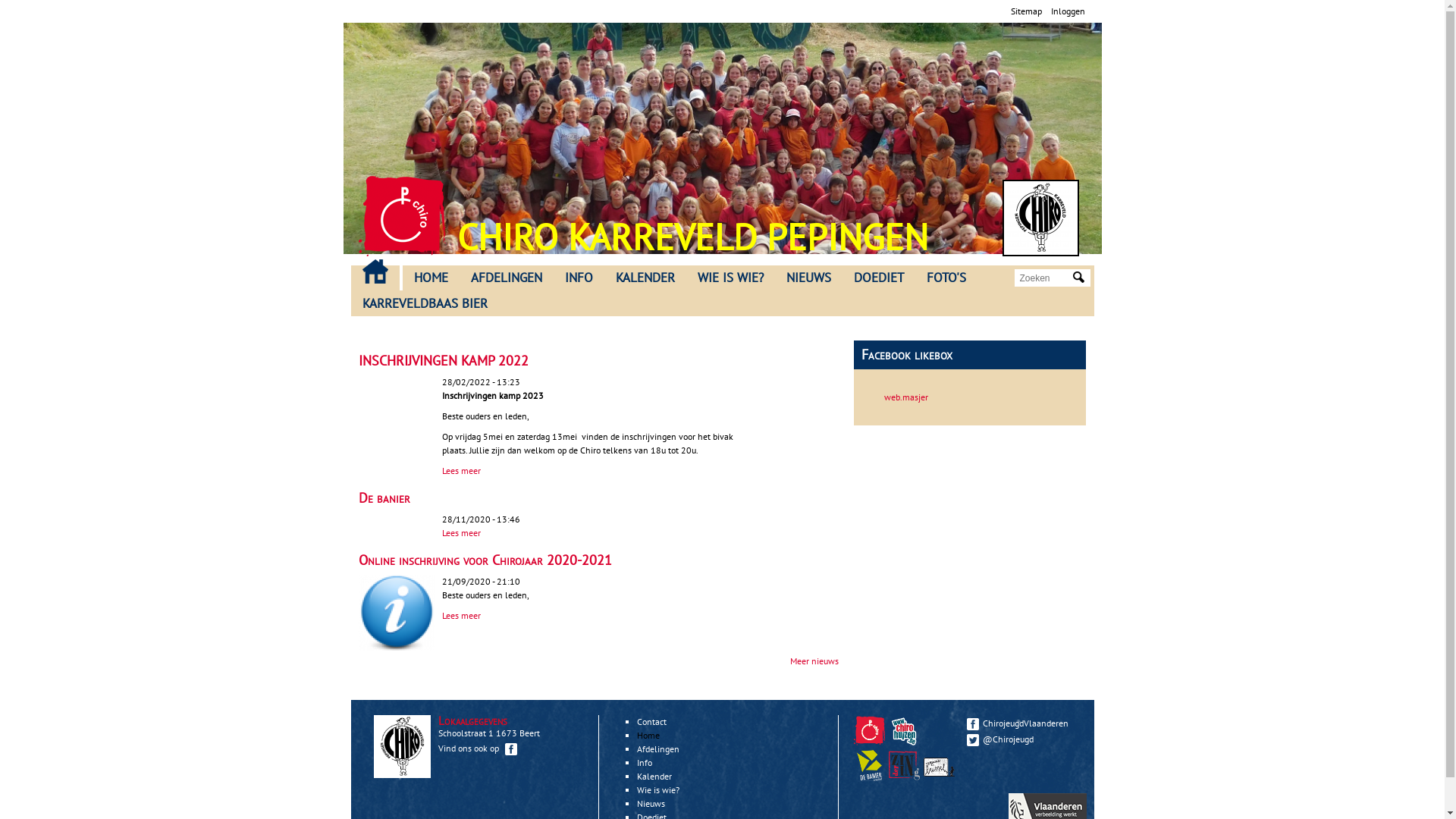 Image resolution: width=1456 pixels, height=819 pixels. Describe the element at coordinates (965, 739) in the screenshot. I see `'Twitter'` at that location.